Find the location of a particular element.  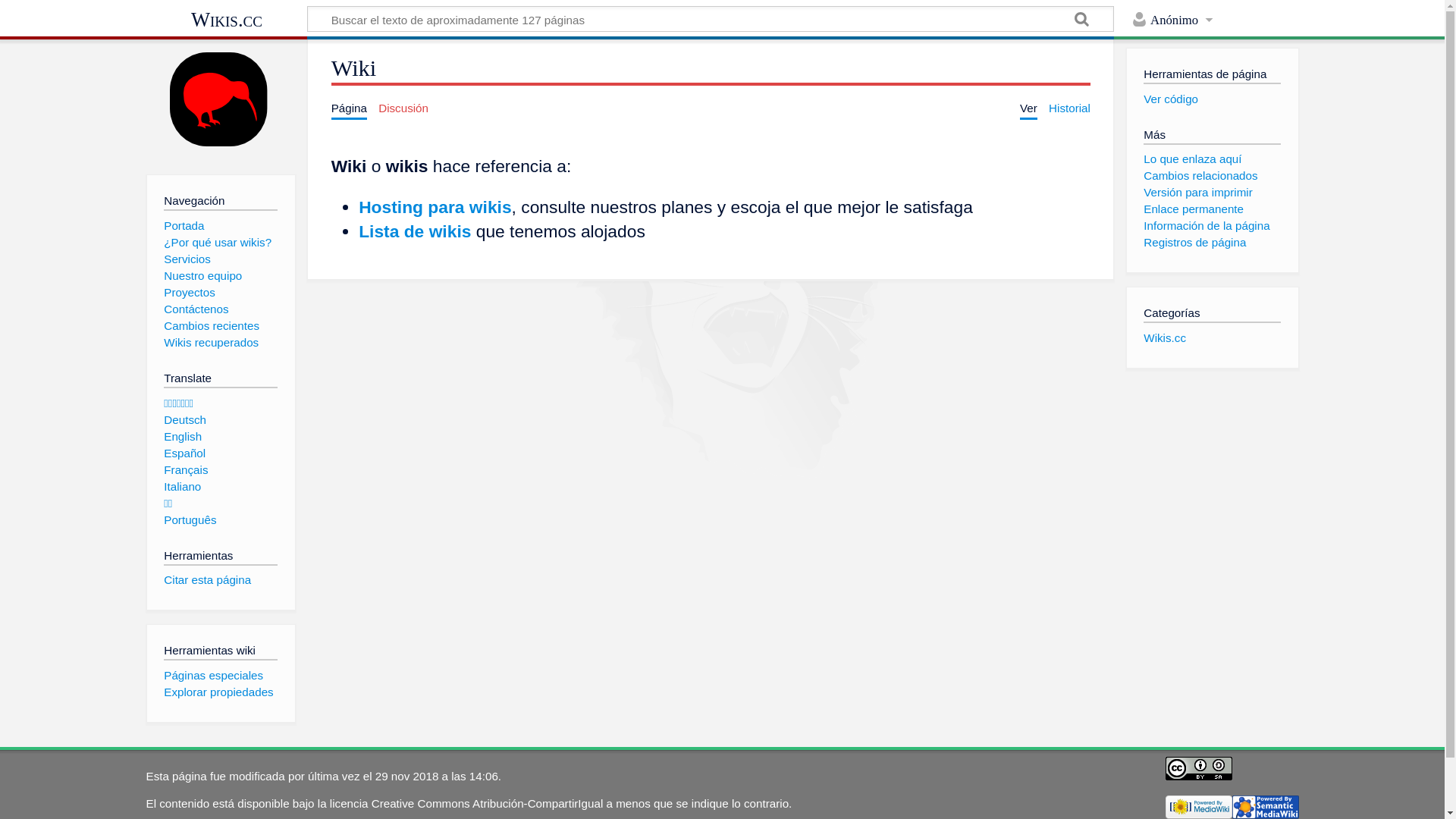

'Enlace permanente' is located at coordinates (1193, 209).